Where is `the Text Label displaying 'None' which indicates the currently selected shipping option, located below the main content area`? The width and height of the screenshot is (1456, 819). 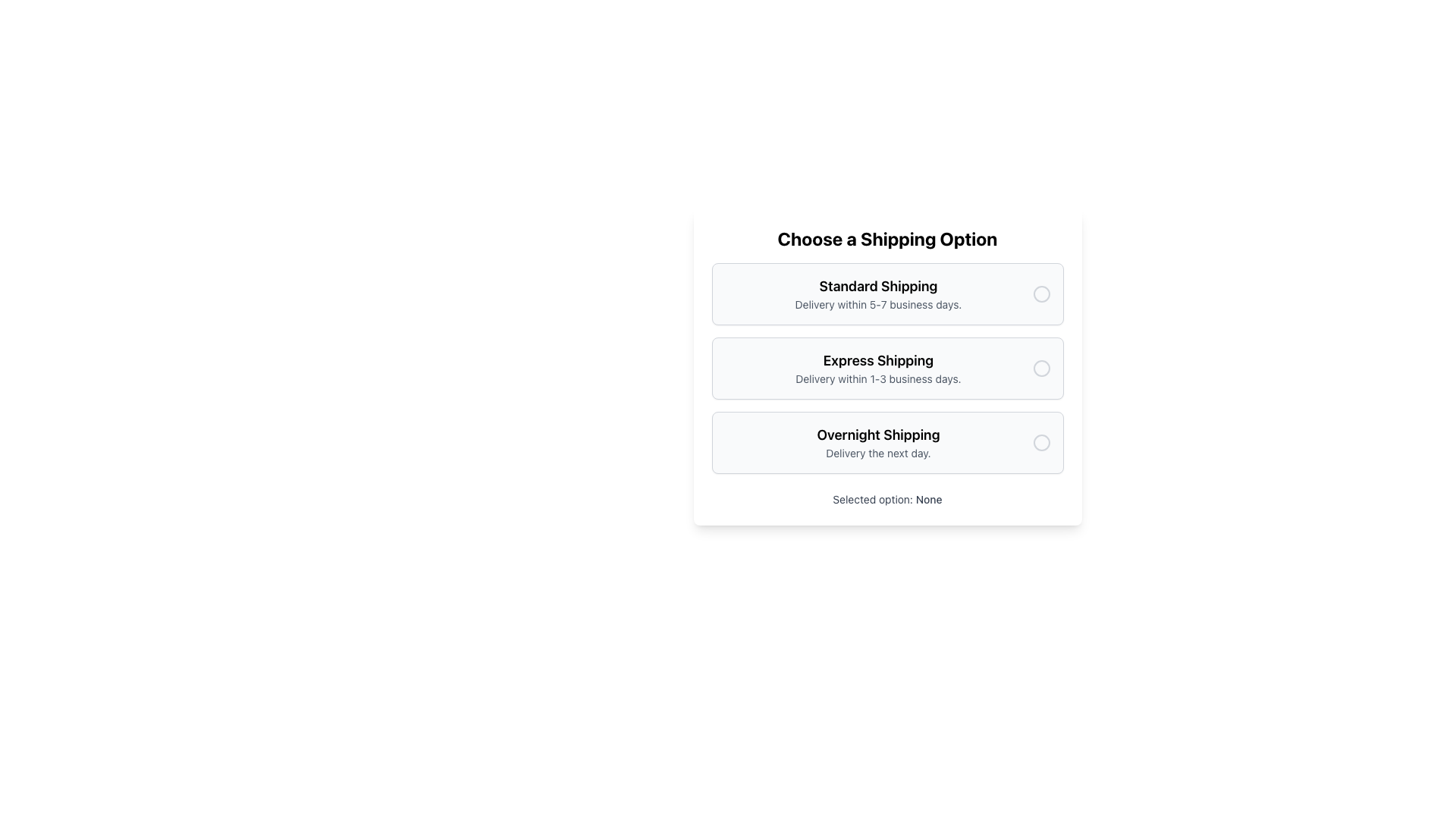
the Text Label displaying 'None' which indicates the currently selected shipping option, located below the main content area is located at coordinates (928, 499).